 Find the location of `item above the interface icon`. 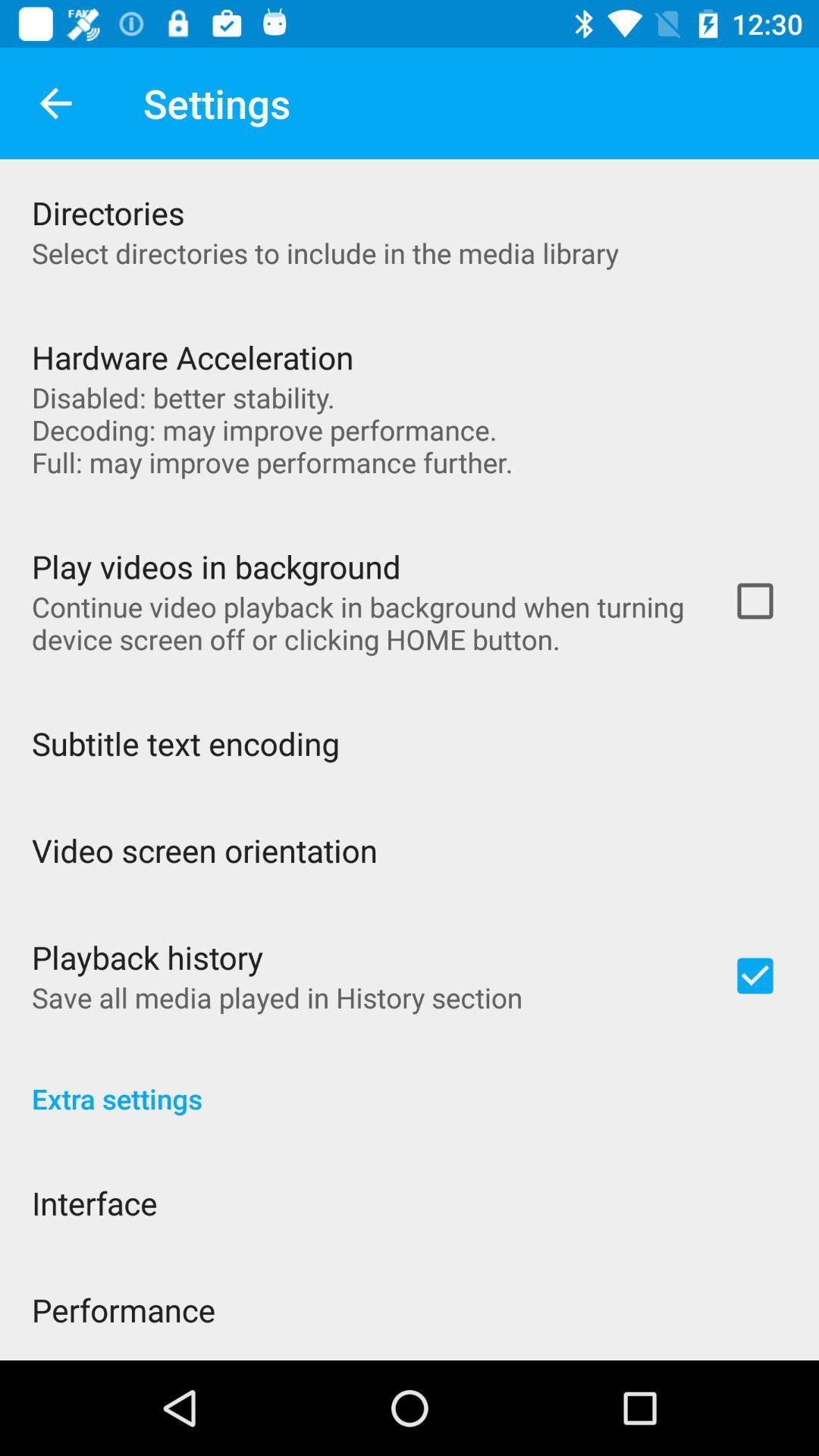

item above the interface icon is located at coordinates (409, 1082).